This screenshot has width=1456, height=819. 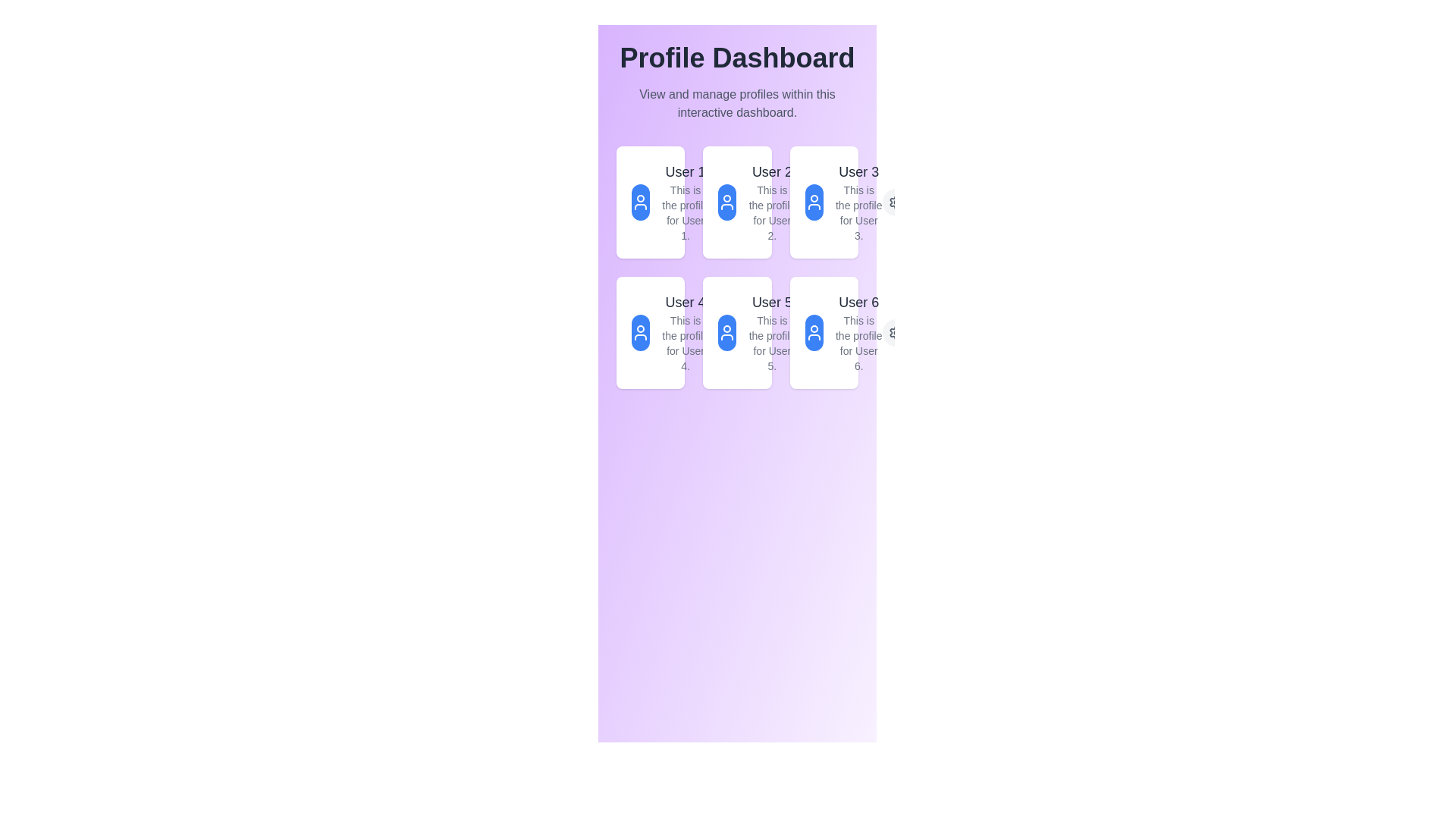 I want to click on the button located in the bottom-right area of 'User 6's profile card, so click(x=896, y=332).